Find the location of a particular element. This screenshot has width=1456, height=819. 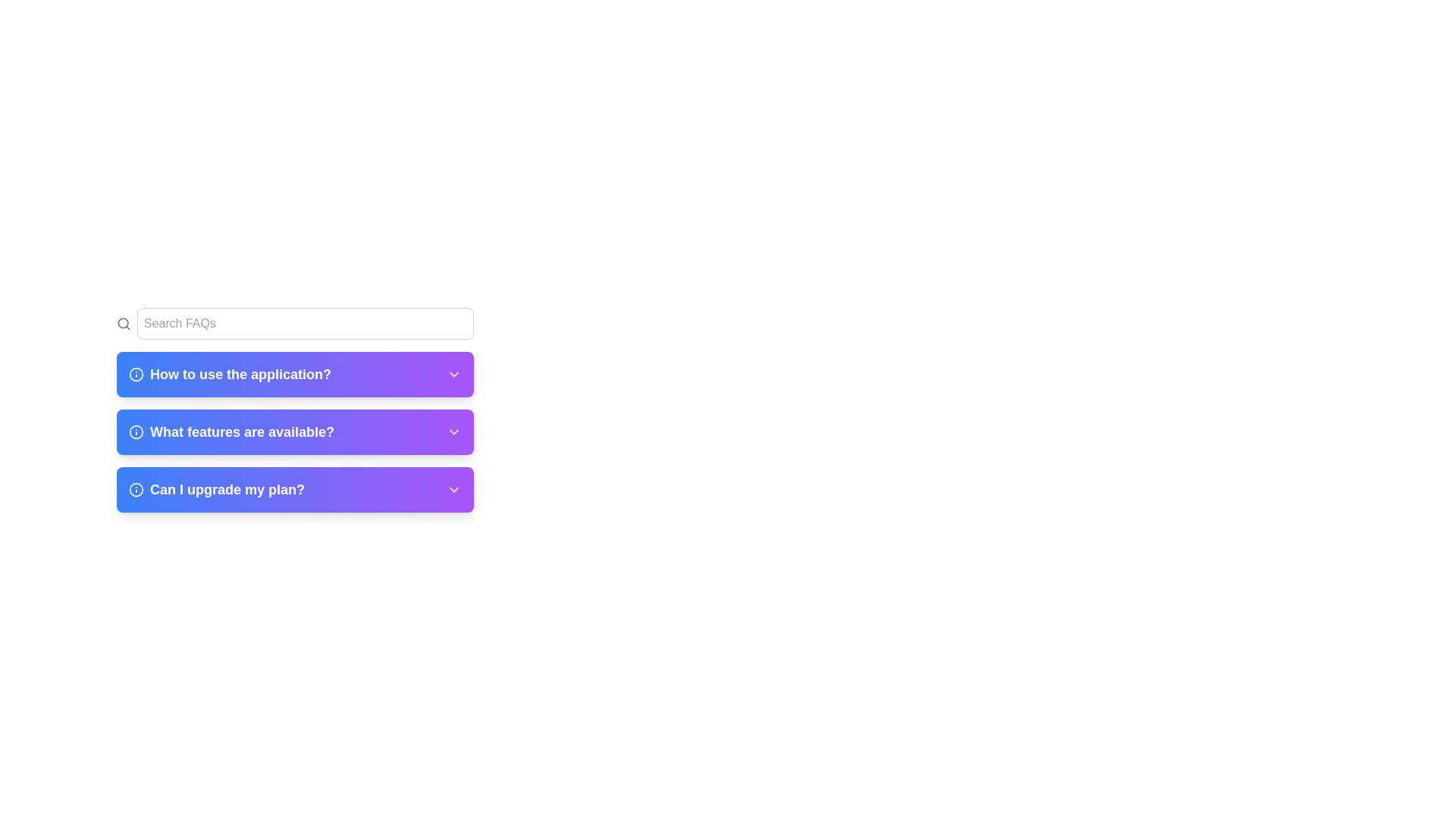

the collapsible section header for the FAQ entry about 'What features are available?' to enable keyboard navigation is located at coordinates (295, 416).